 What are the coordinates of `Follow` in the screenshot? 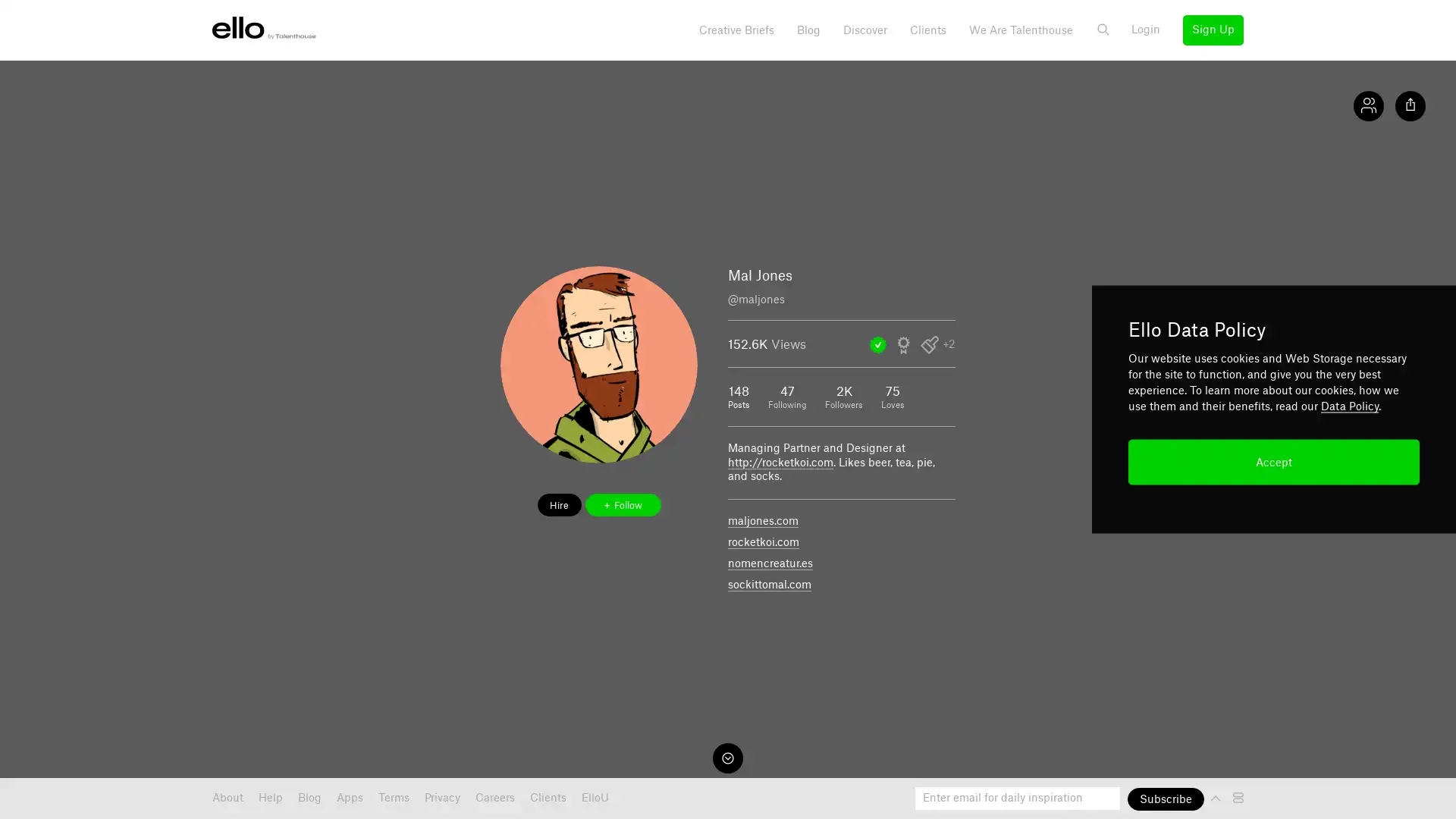 It's located at (622, 505).